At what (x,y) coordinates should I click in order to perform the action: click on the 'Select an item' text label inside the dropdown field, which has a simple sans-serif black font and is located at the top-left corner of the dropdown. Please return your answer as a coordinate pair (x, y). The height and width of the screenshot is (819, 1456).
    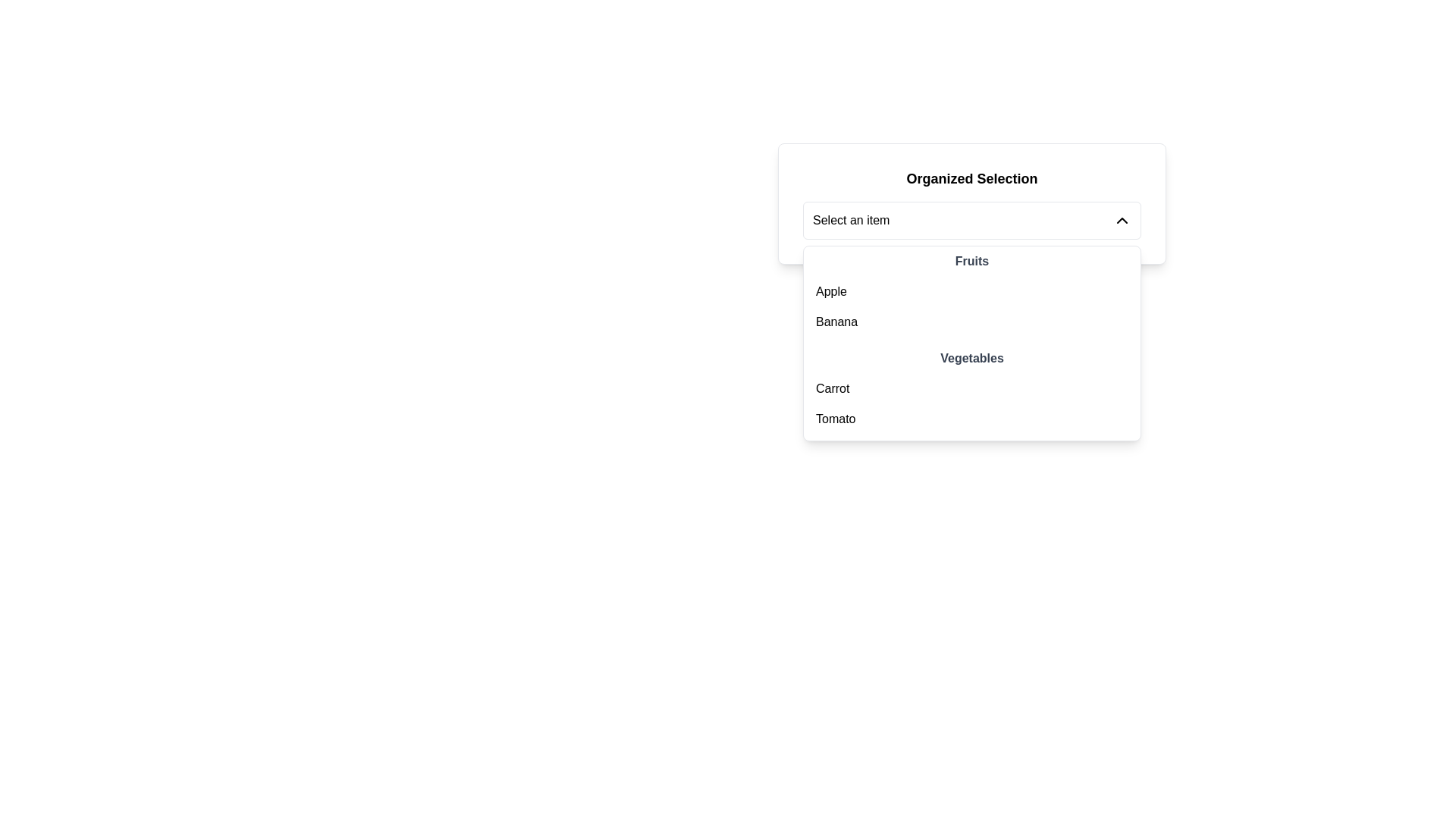
    Looking at the image, I should click on (851, 220).